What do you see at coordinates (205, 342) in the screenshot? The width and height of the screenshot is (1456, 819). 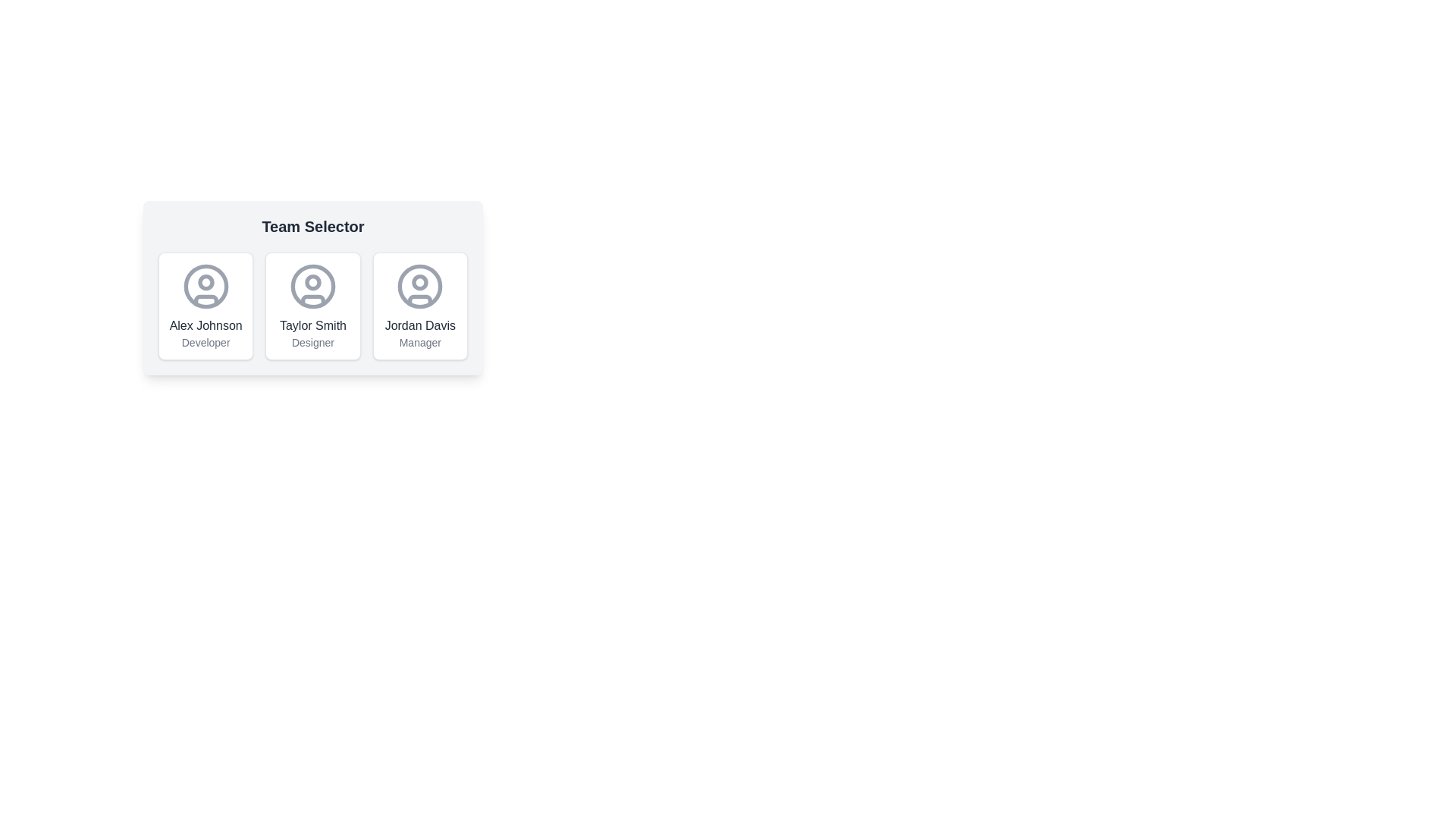 I see `the text label indicating the role or position of 'Alex Johnson', located at the bottom section of the card` at bounding box center [205, 342].